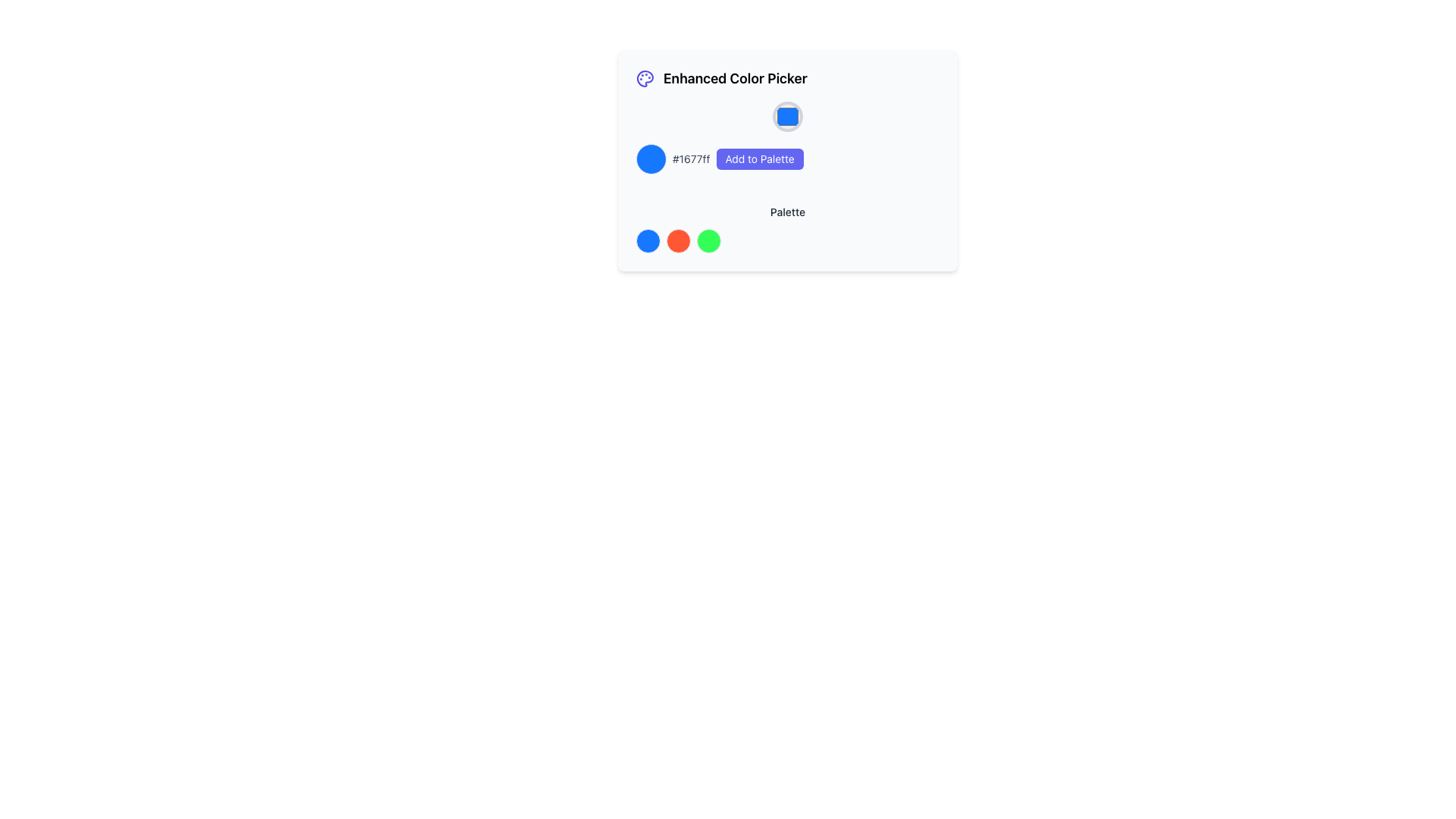  Describe the element at coordinates (645, 79) in the screenshot. I see `the painter's palette icon, which is the first element on the left side of the 'Enhanced Color Picker' text` at that location.